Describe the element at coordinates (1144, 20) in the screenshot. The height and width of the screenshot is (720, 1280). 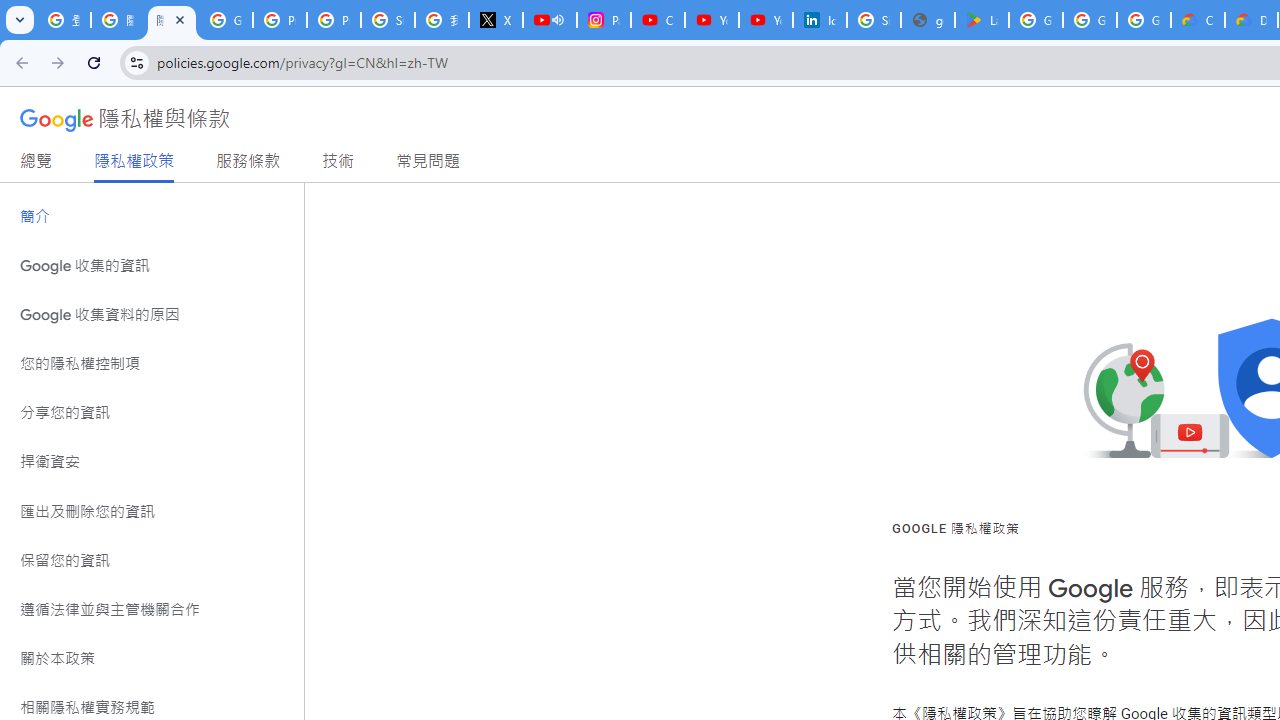
I see `'Google Workspace - Specific Terms'` at that location.